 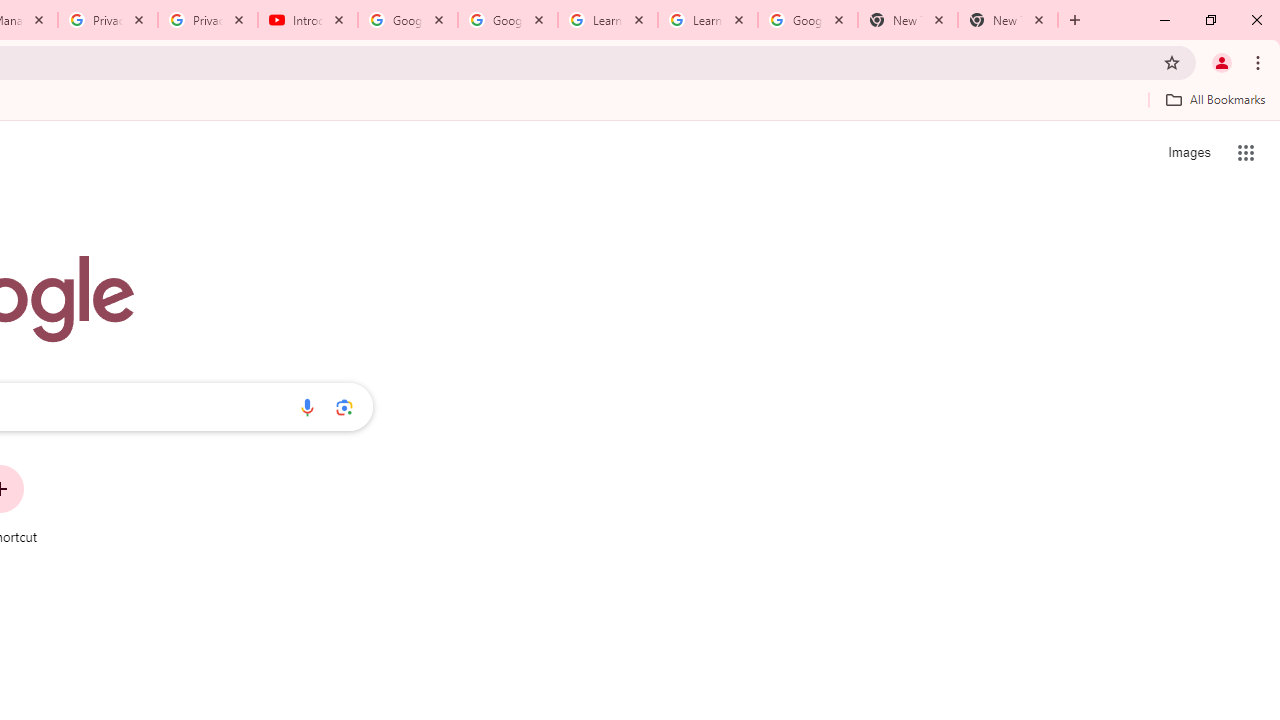 I want to click on 'Introduction | Google Privacy Policy - YouTube', so click(x=307, y=20).